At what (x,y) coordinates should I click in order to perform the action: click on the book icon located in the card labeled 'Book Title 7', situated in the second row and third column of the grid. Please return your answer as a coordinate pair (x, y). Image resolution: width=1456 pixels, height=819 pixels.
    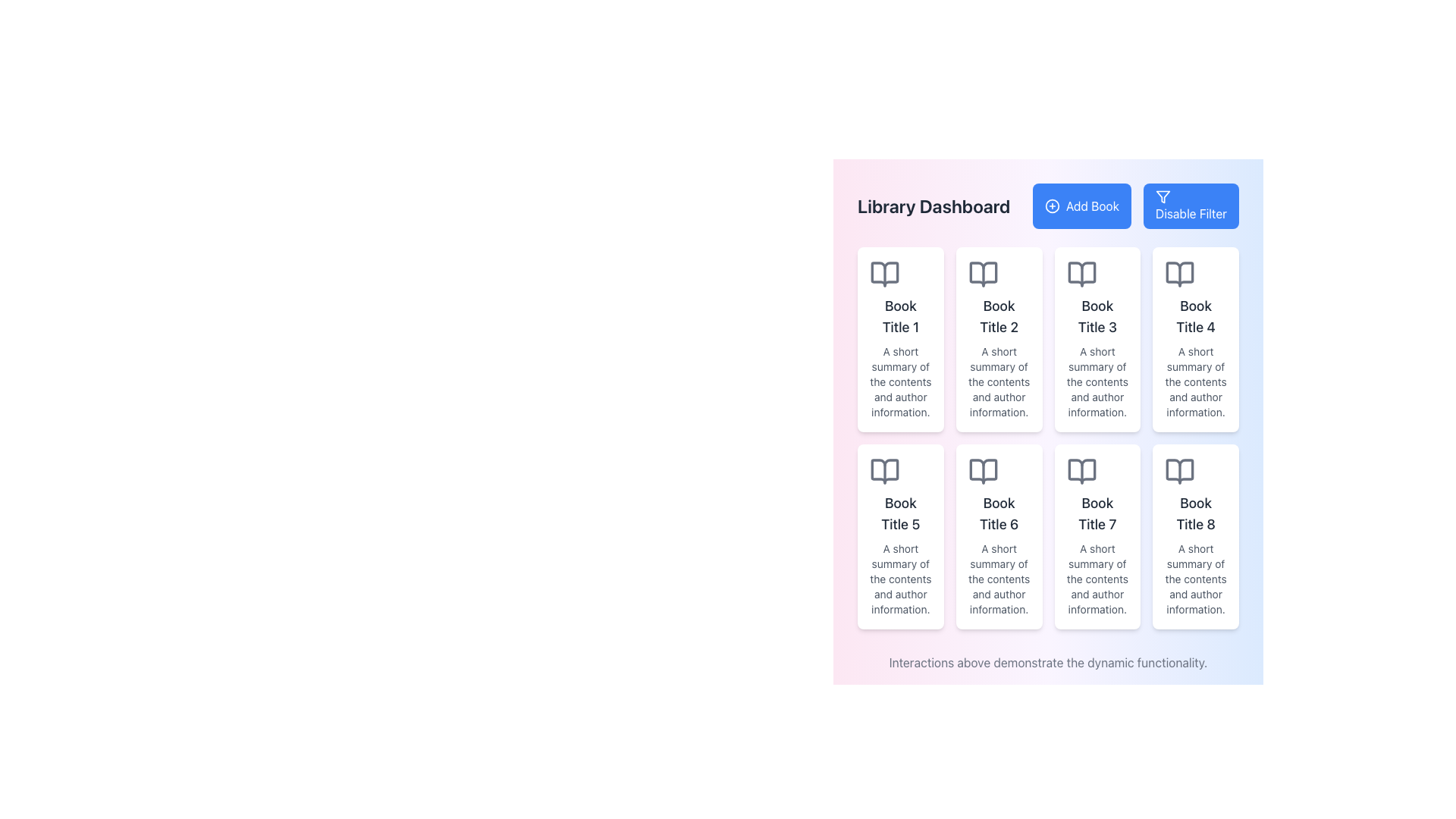
    Looking at the image, I should click on (1081, 470).